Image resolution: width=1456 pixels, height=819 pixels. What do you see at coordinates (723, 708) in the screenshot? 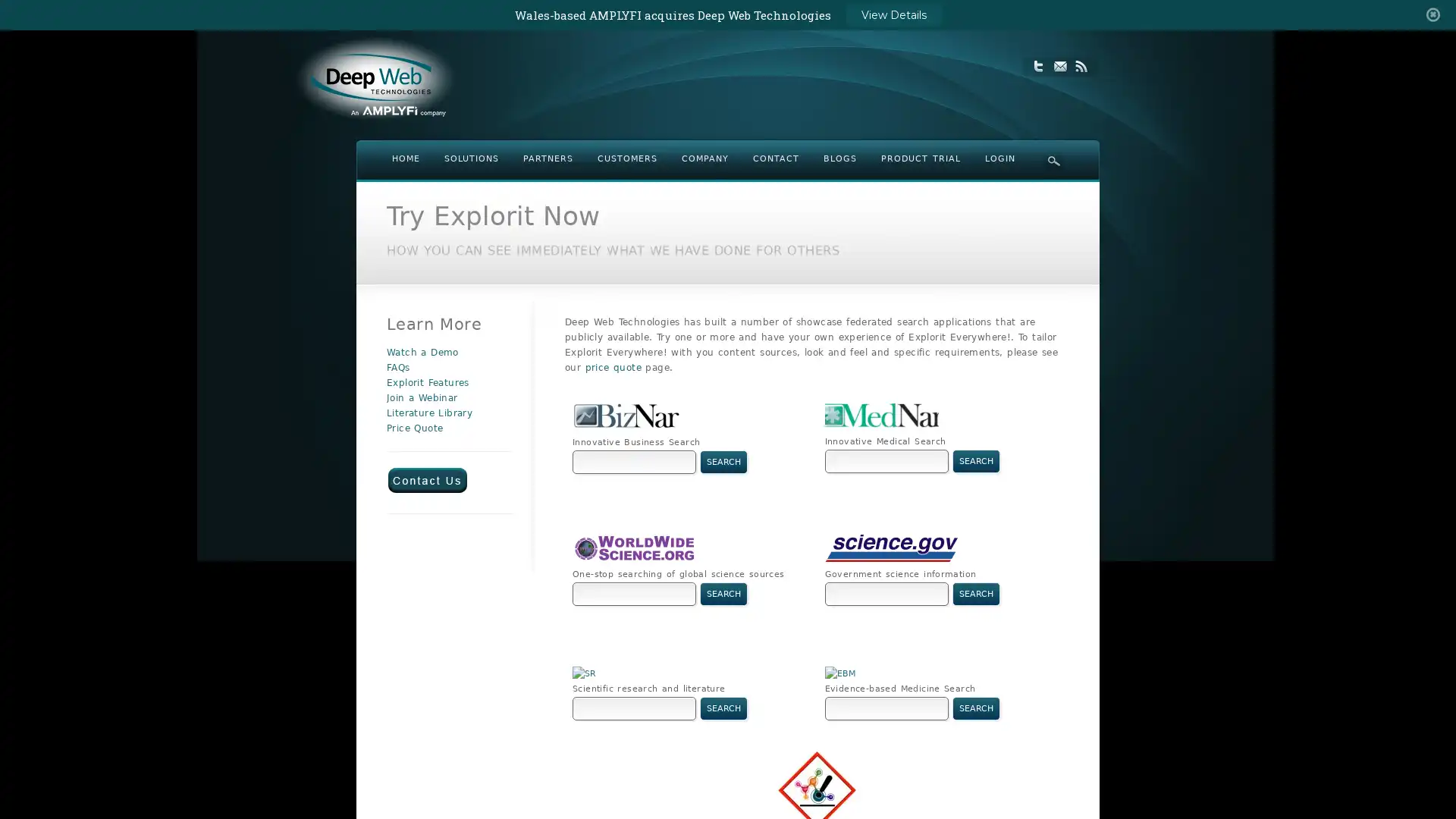
I see `Search` at bounding box center [723, 708].